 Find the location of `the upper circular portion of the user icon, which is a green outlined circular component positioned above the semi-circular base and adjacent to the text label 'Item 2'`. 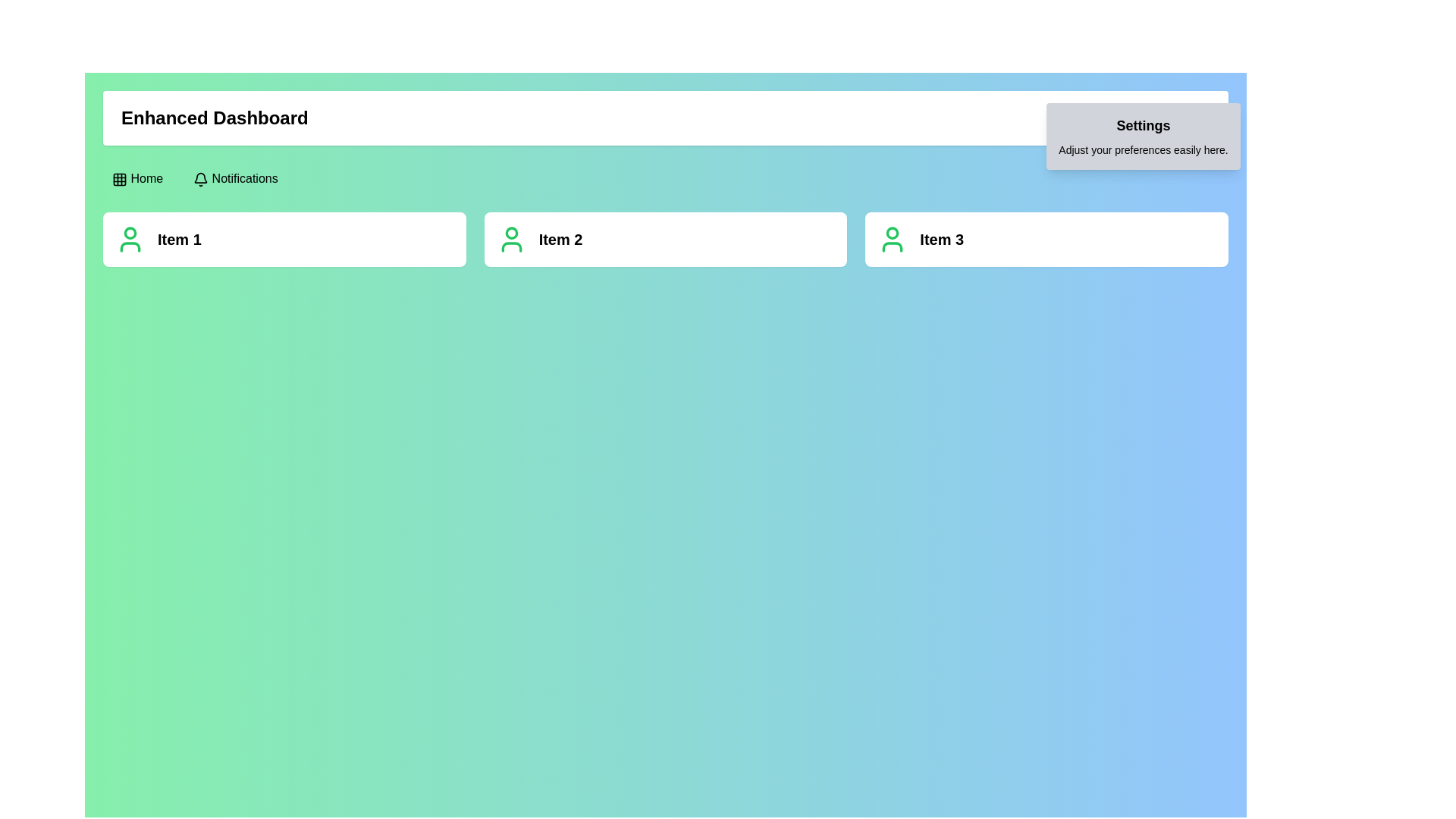

the upper circular portion of the user icon, which is a green outlined circular component positioned above the semi-circular base and adjacent to the text label 'Item 2' is located at coordinates (130, 233).